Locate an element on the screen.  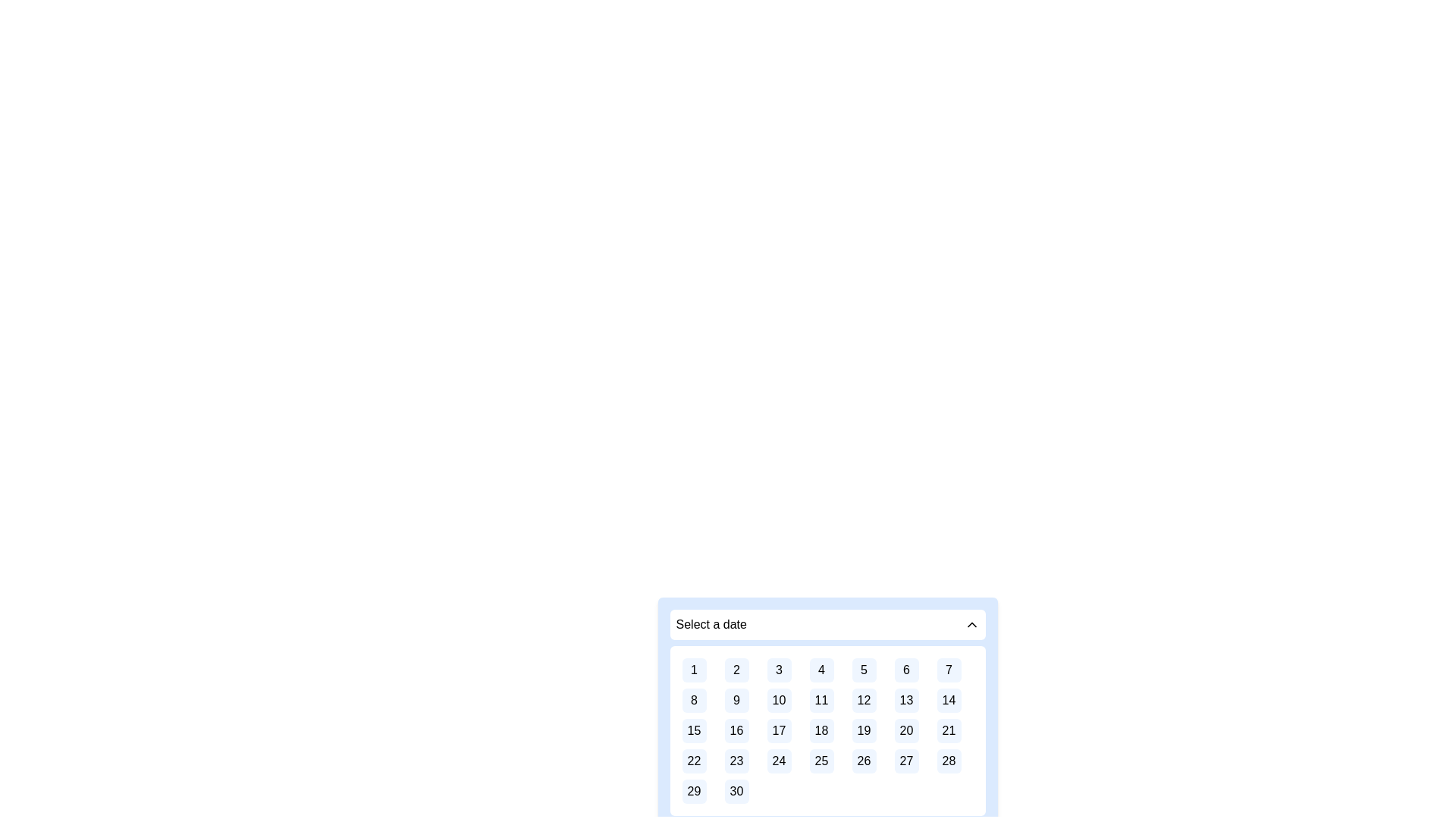
the second item in the first row of the calendar grid is located at coordinates (736, 669).